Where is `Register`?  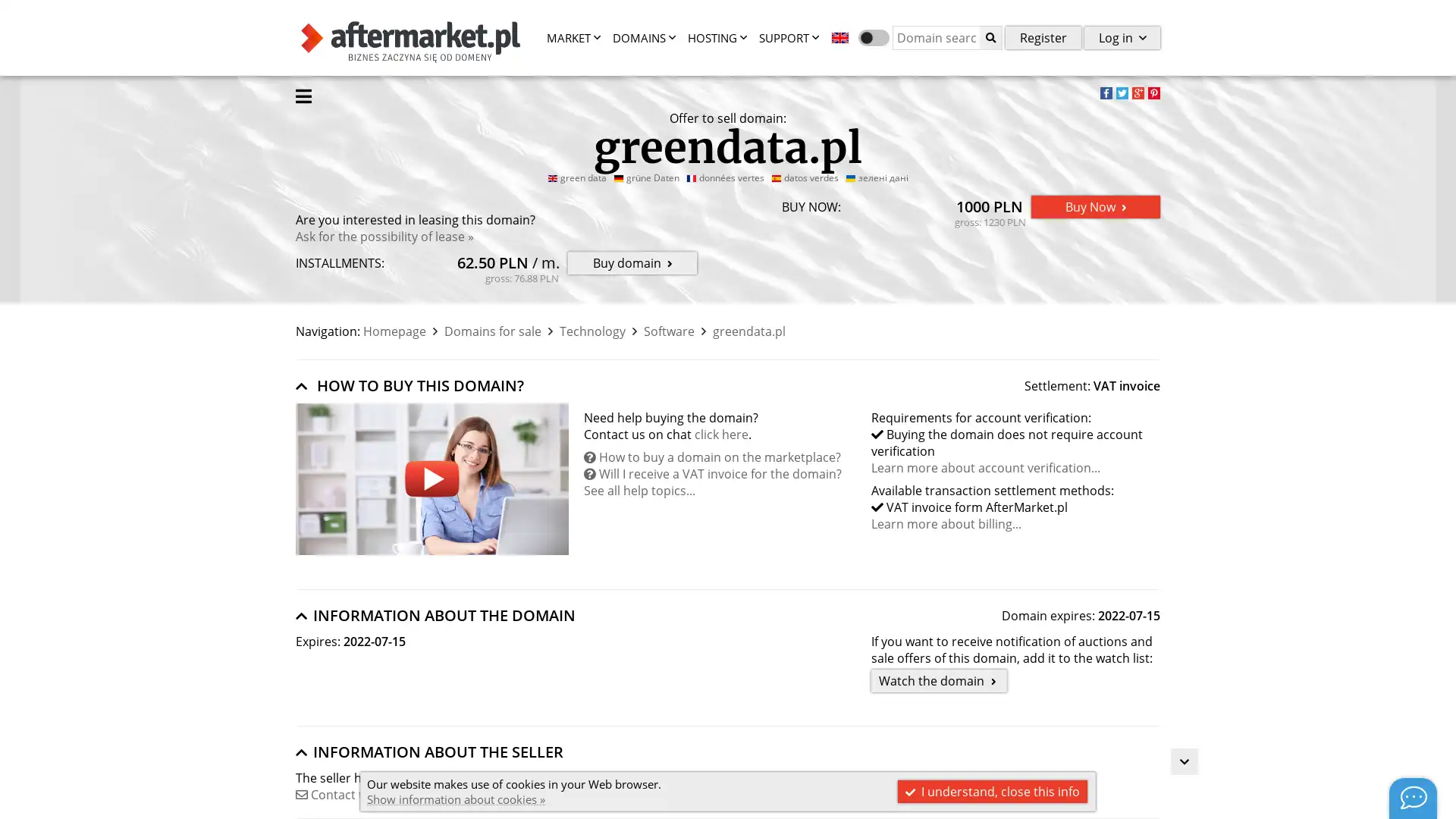 Register is located at coordinates (1043, 36).